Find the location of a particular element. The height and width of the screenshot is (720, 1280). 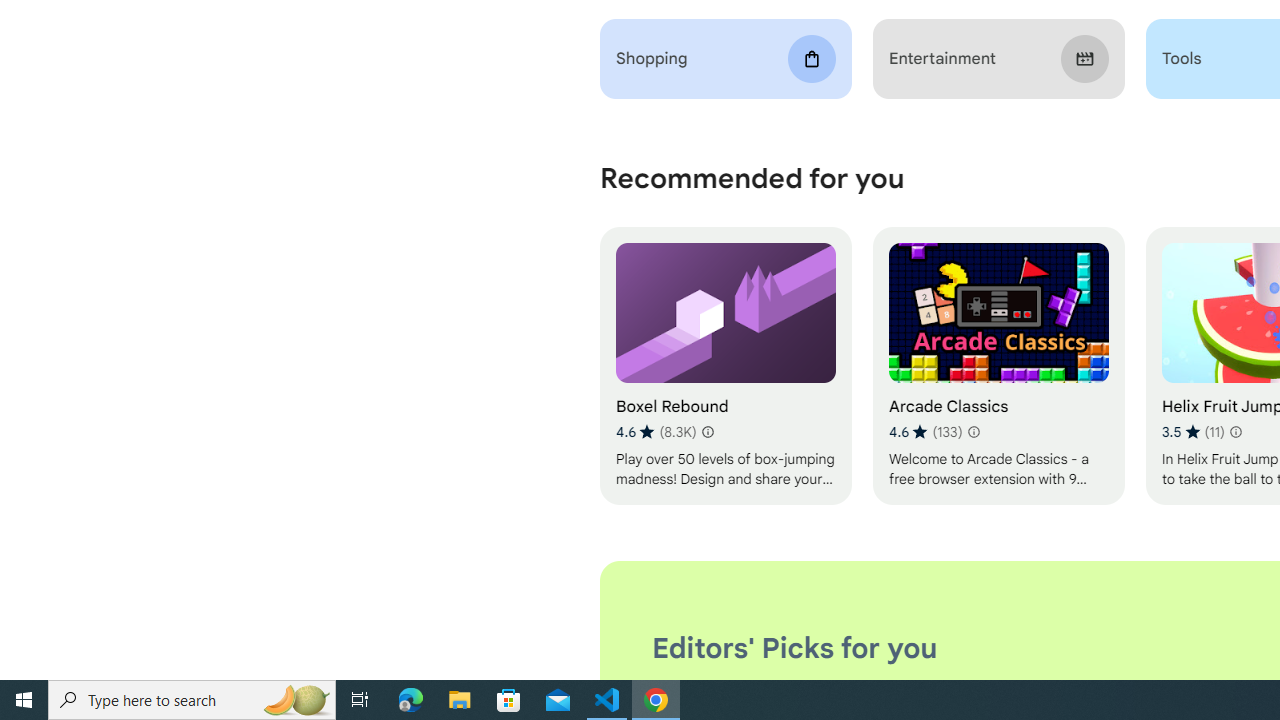

'Learn more about results and reviews "Boxel Rebound"' is located at coordinates (707, 431).